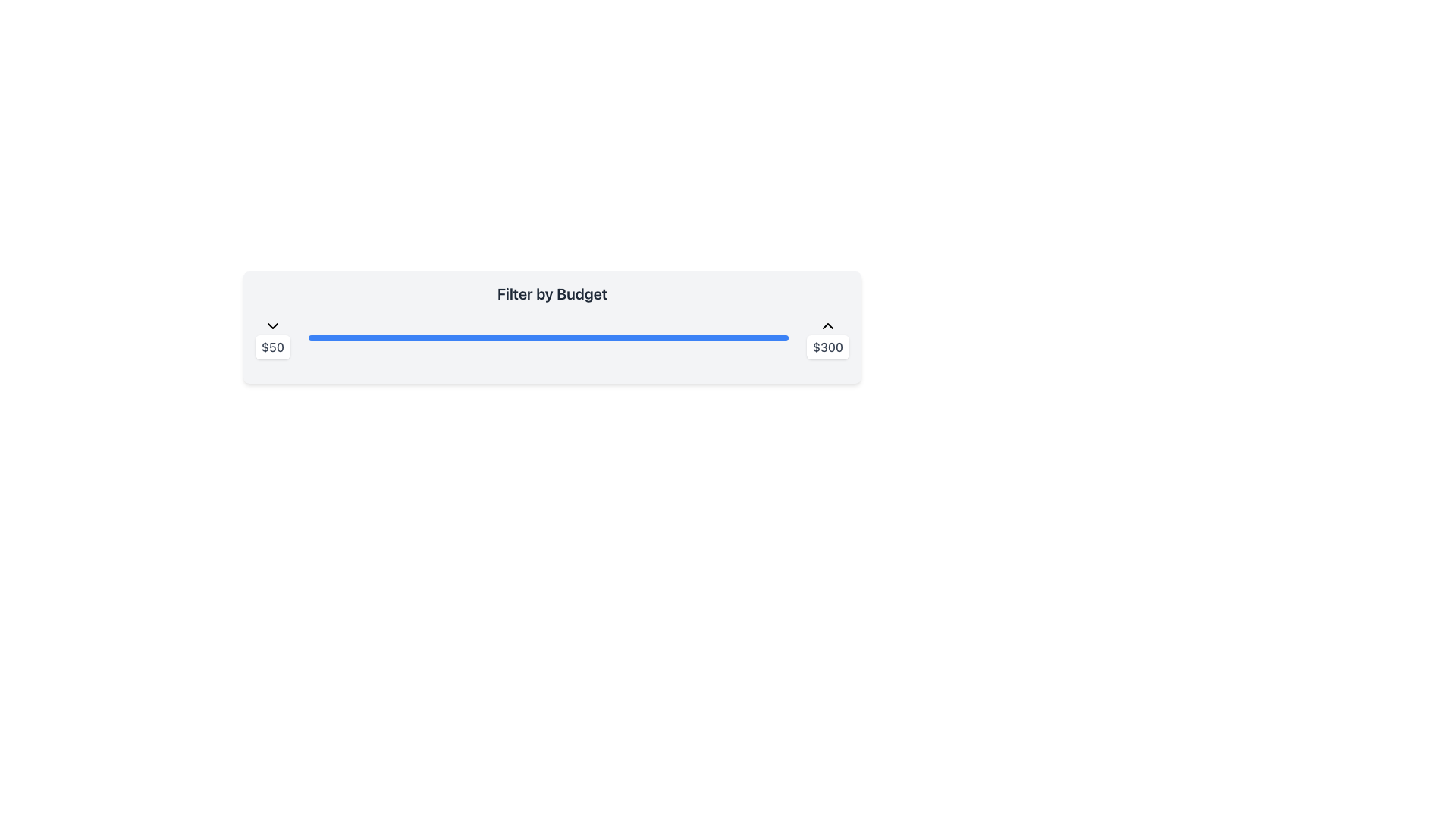  What do you see at coordinates (438, 337) in the screenshot?
I see `the value of the slider` at bounding box center [438, 337].